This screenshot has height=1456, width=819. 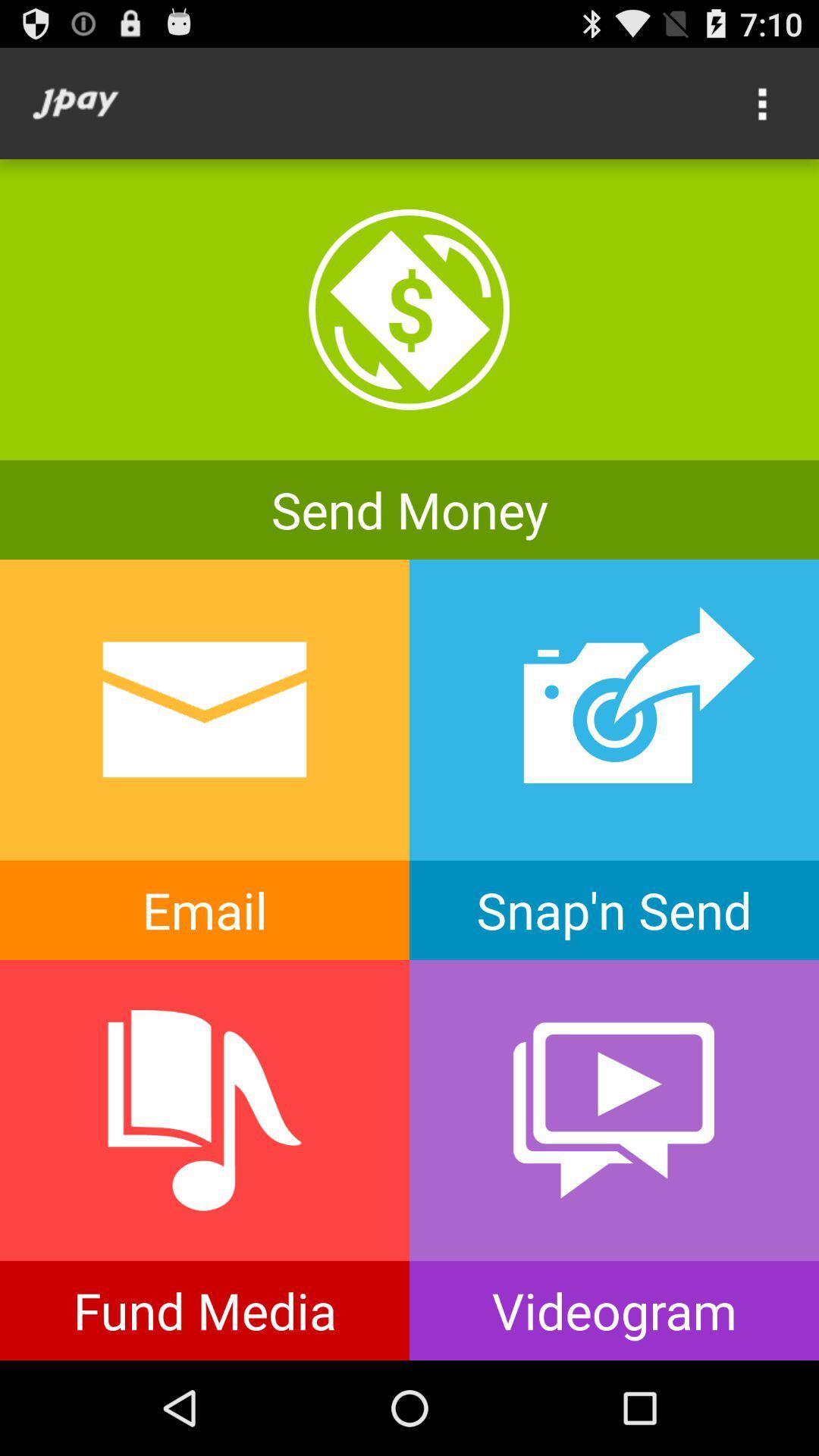 What do you see at coordinates (205, 760) in the screenshot?
I see `email option` at bounding box center [205, 760].